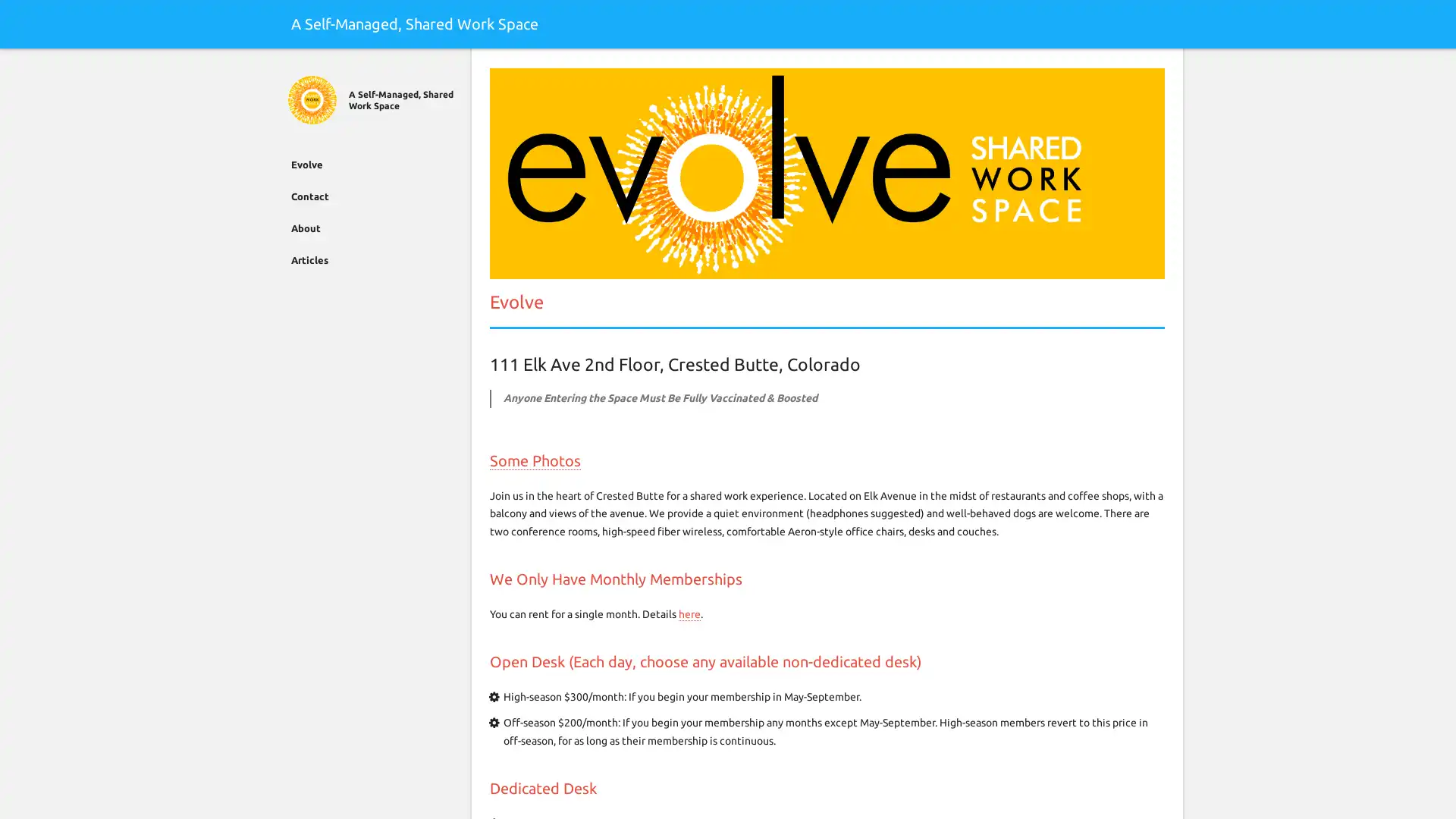 This screenshot has width=1456, height=819. What do you see at coordinates (1157, 66) in the screenshot?
I see `Search` at bounding box center [1157, 66].